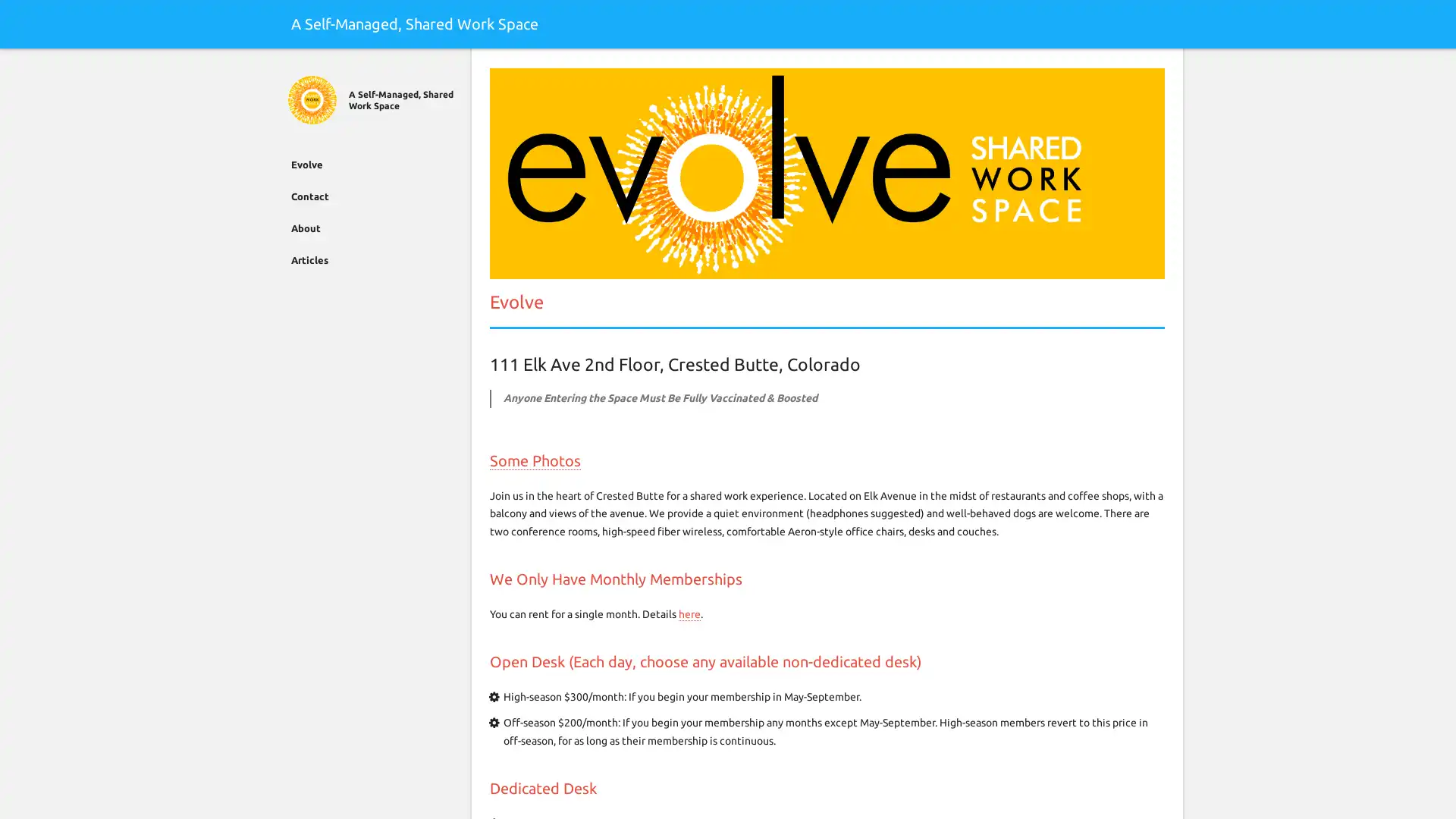 This screenshot has width=1456, height=819. What do you see at coordinates (1157, 66) in the screenshot?
I see `Search` at bounding box center [1157, 66].